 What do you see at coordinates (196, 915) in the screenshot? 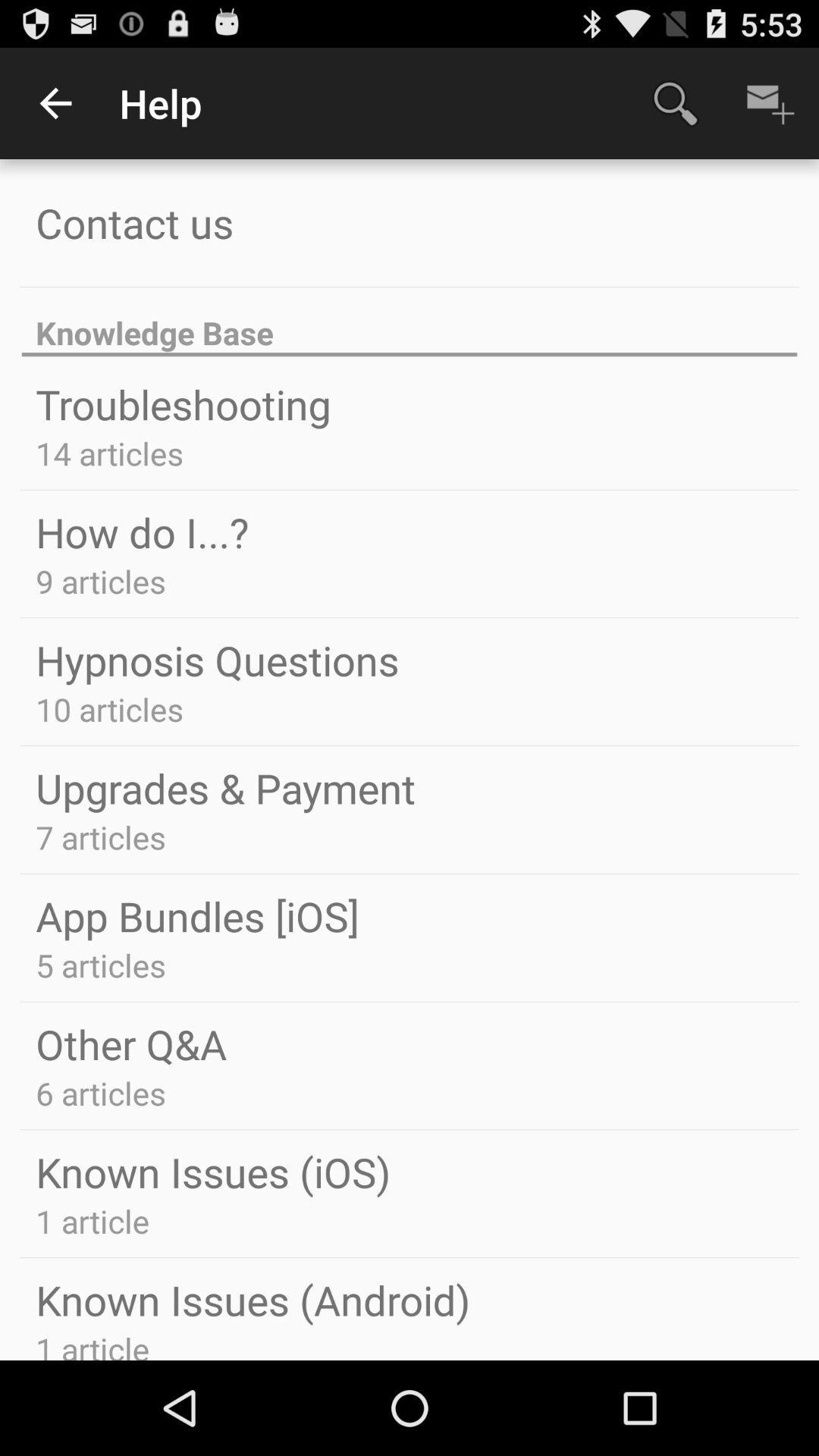
I see `app bundles [ios] icon` at bounding box center [196, 915].